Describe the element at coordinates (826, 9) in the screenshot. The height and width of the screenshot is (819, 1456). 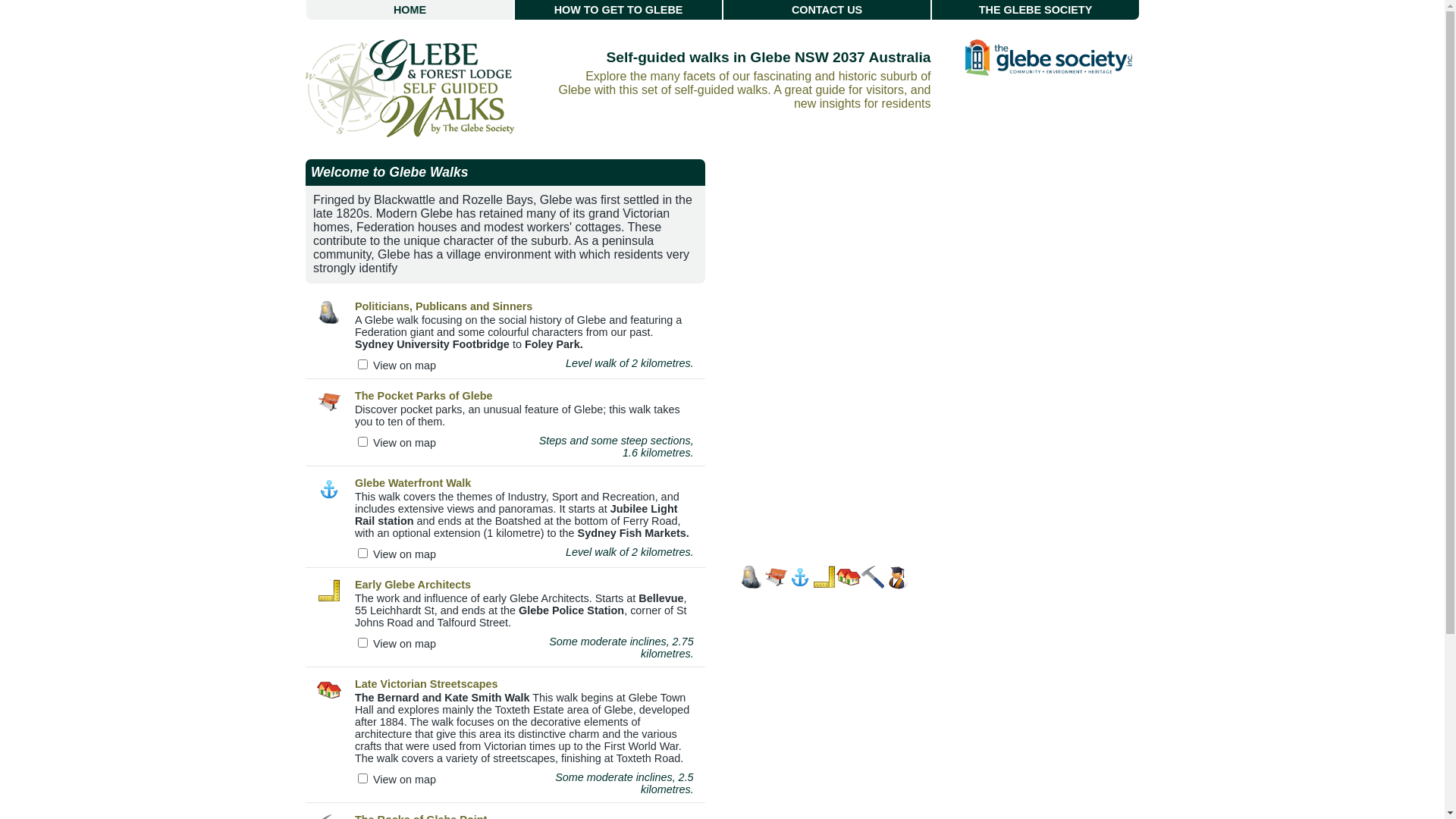
I see `'CONTACT US'` at that location.